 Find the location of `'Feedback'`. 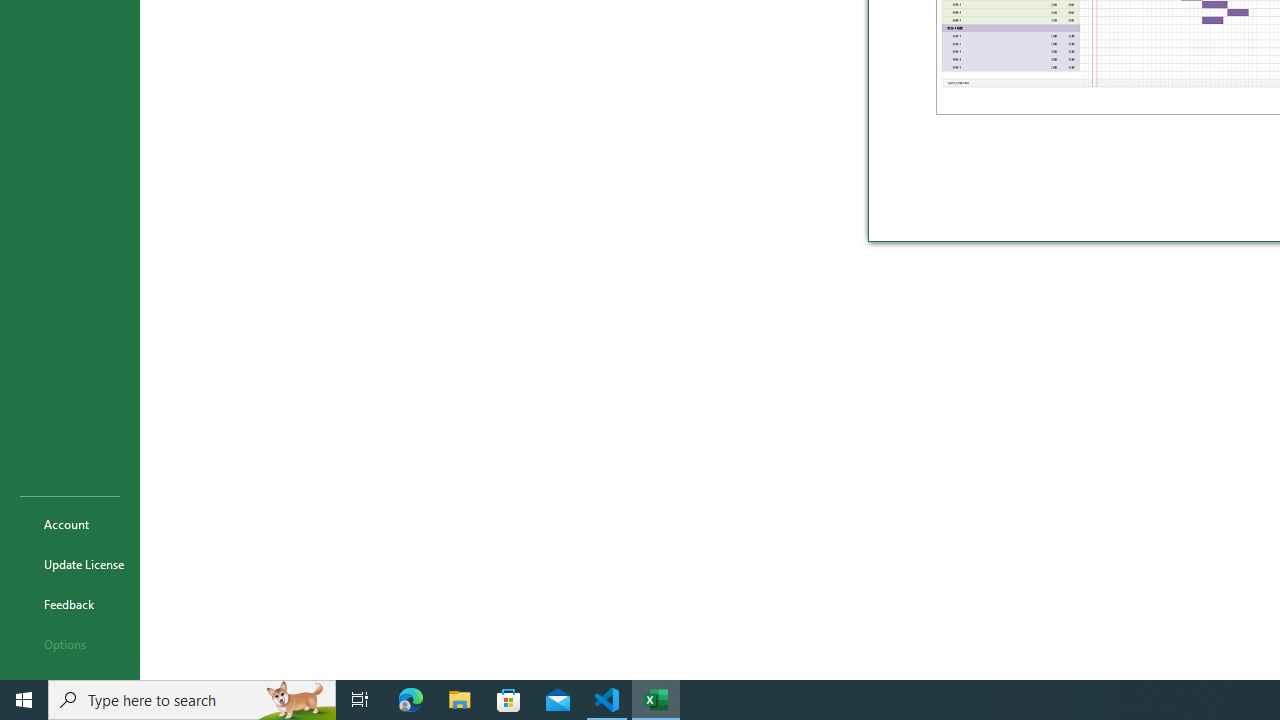

'Feedback' is located at coordinates (69, 603).